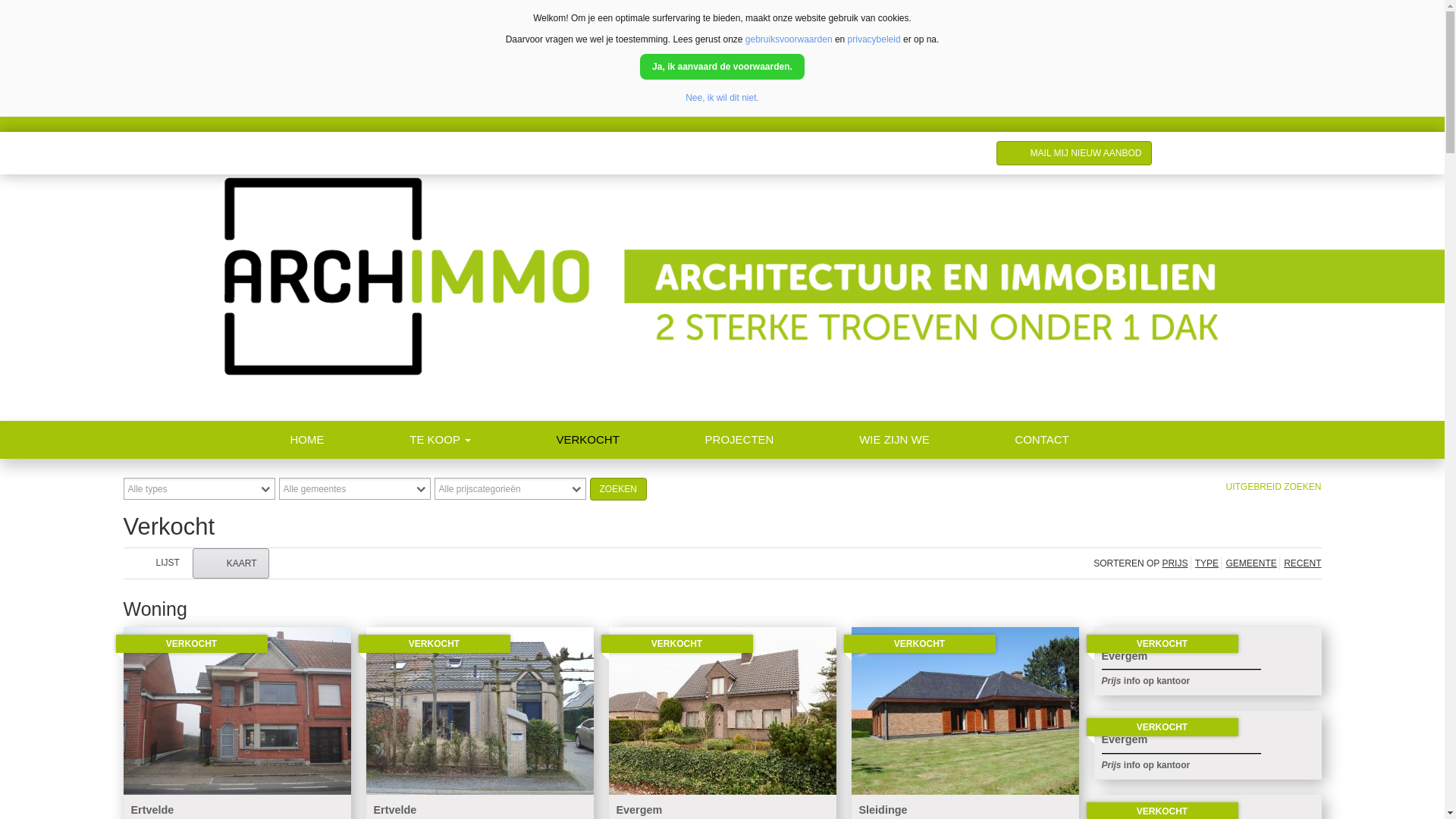 Image resolution: width=1456 pixels, height=819 pixels. I want to click on 'gebruiksvoorwaarden', so click(789, 38).